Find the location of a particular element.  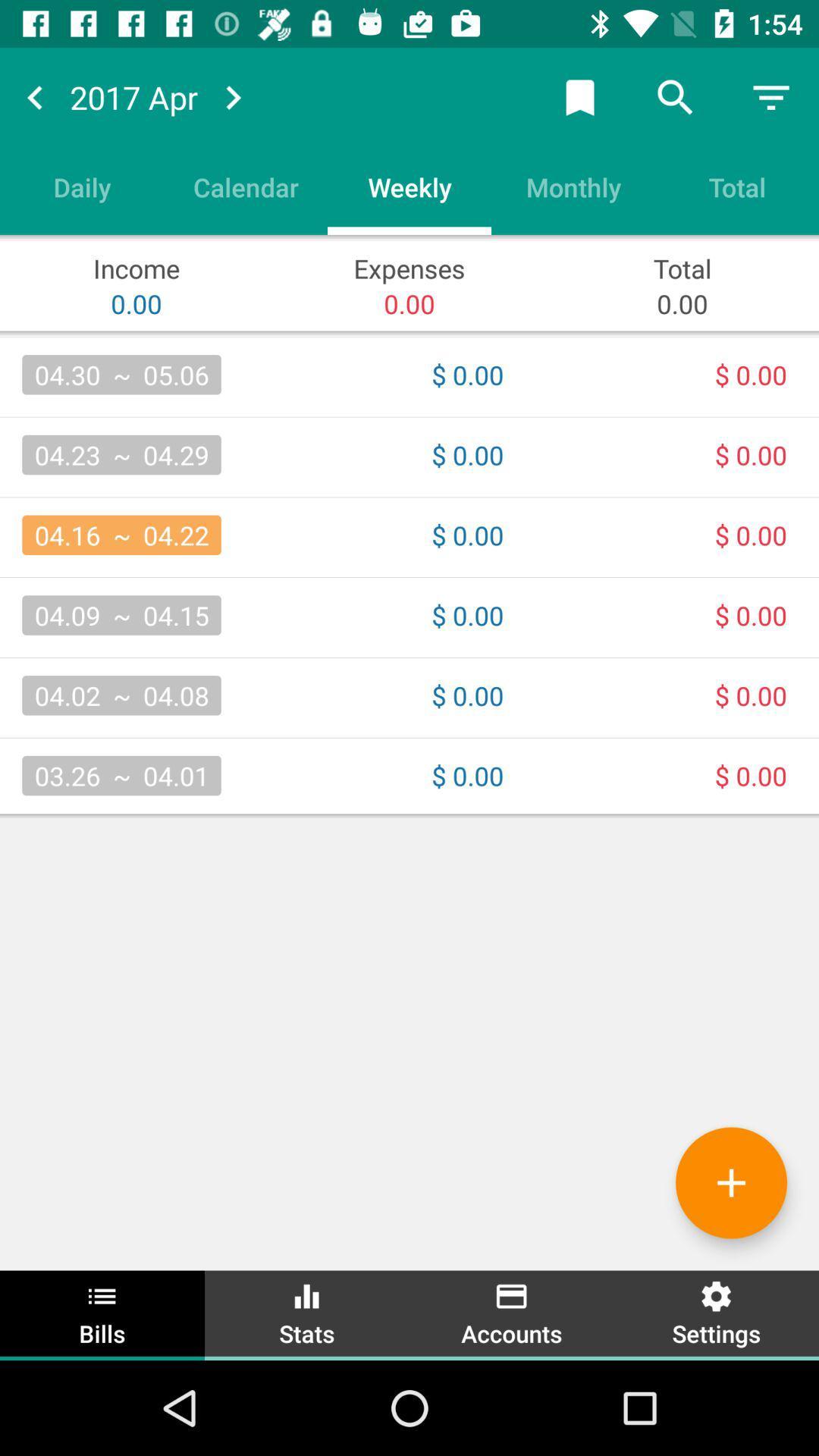

search is located at coordinates (675, 96).